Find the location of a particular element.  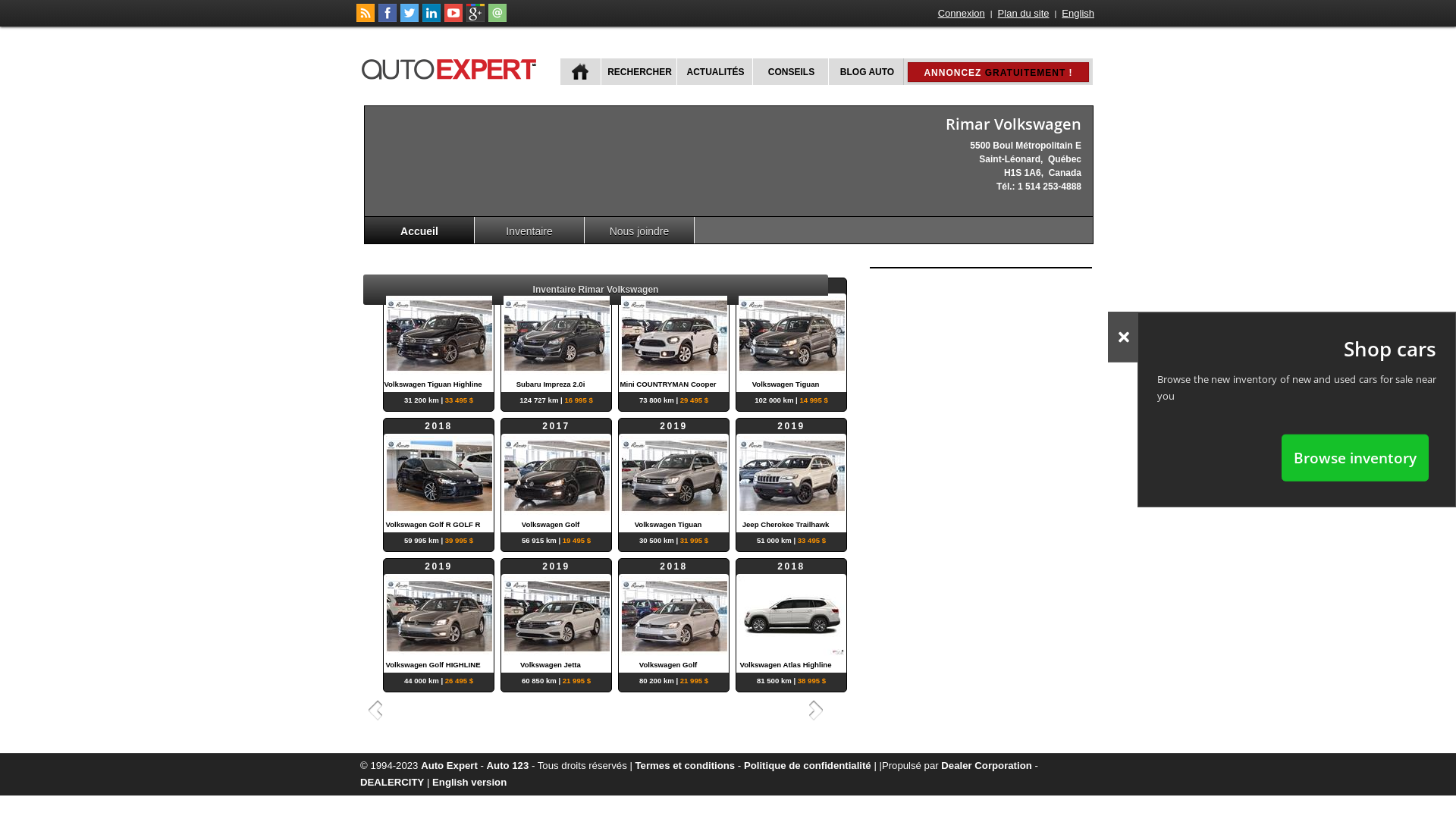

'Connexion' is located at coordinates (935, 13).